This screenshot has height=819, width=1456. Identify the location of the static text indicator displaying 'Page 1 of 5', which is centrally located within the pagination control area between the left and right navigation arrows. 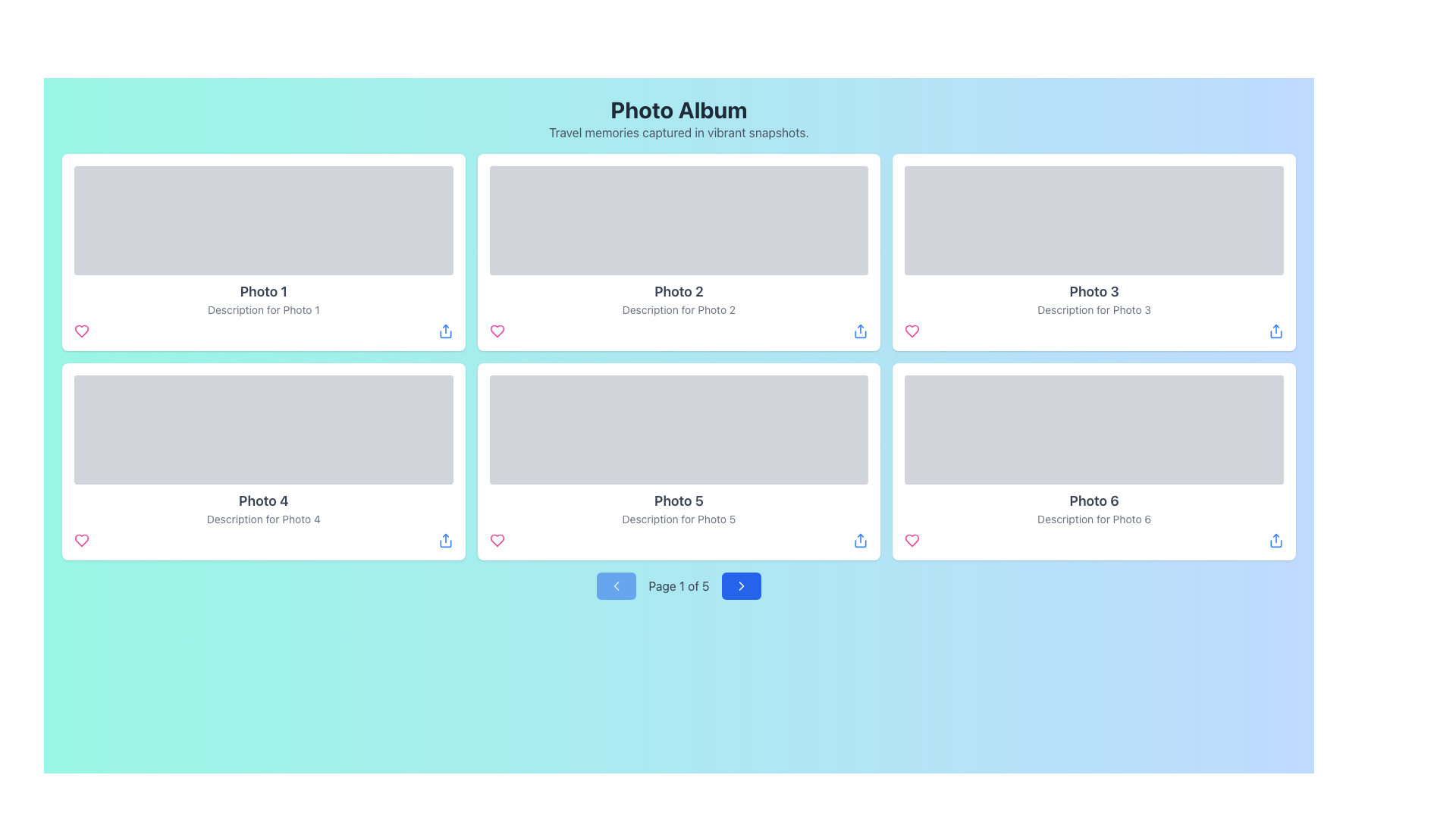
(678, 585).